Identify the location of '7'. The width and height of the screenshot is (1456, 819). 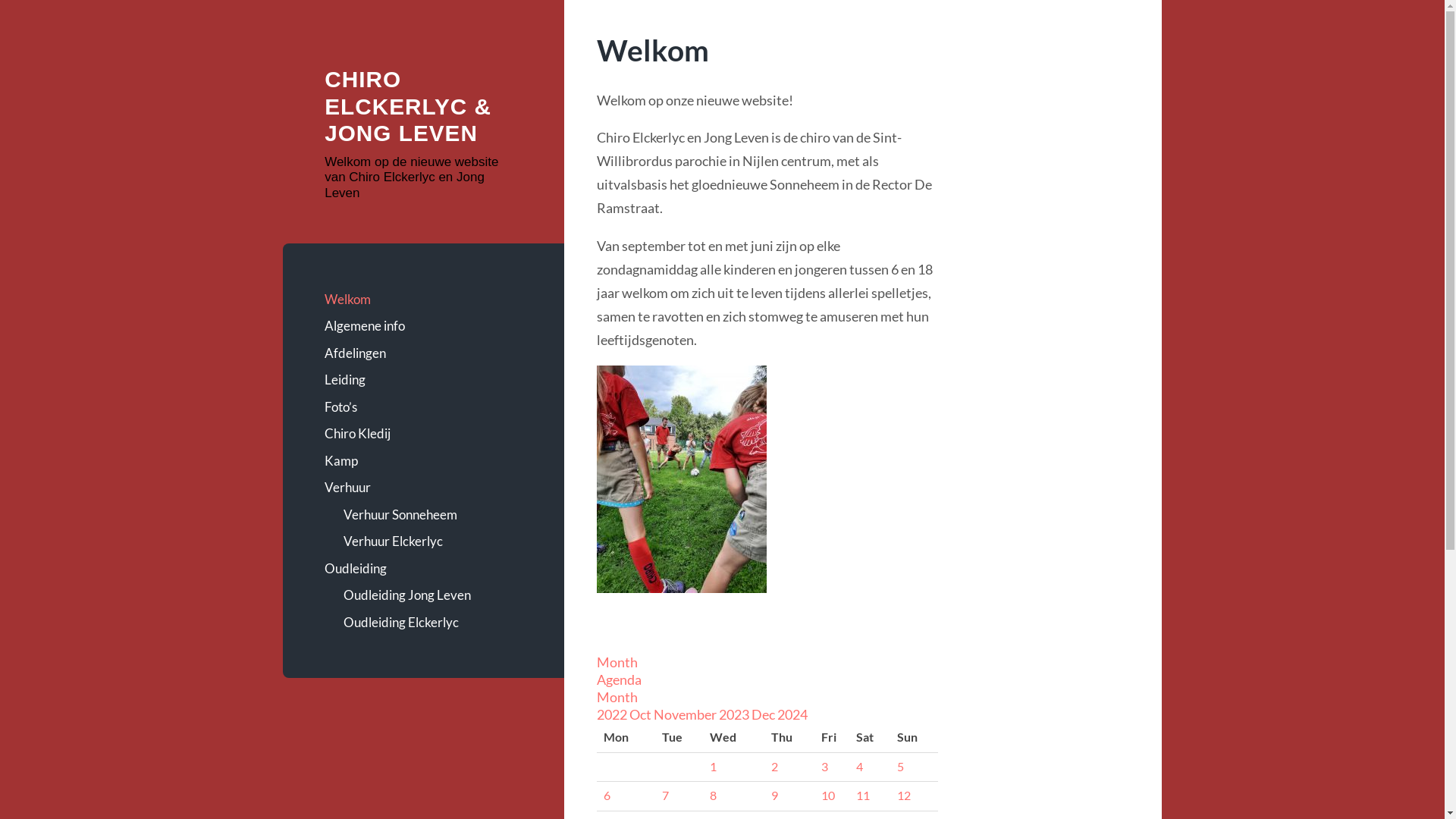
(665, 795).